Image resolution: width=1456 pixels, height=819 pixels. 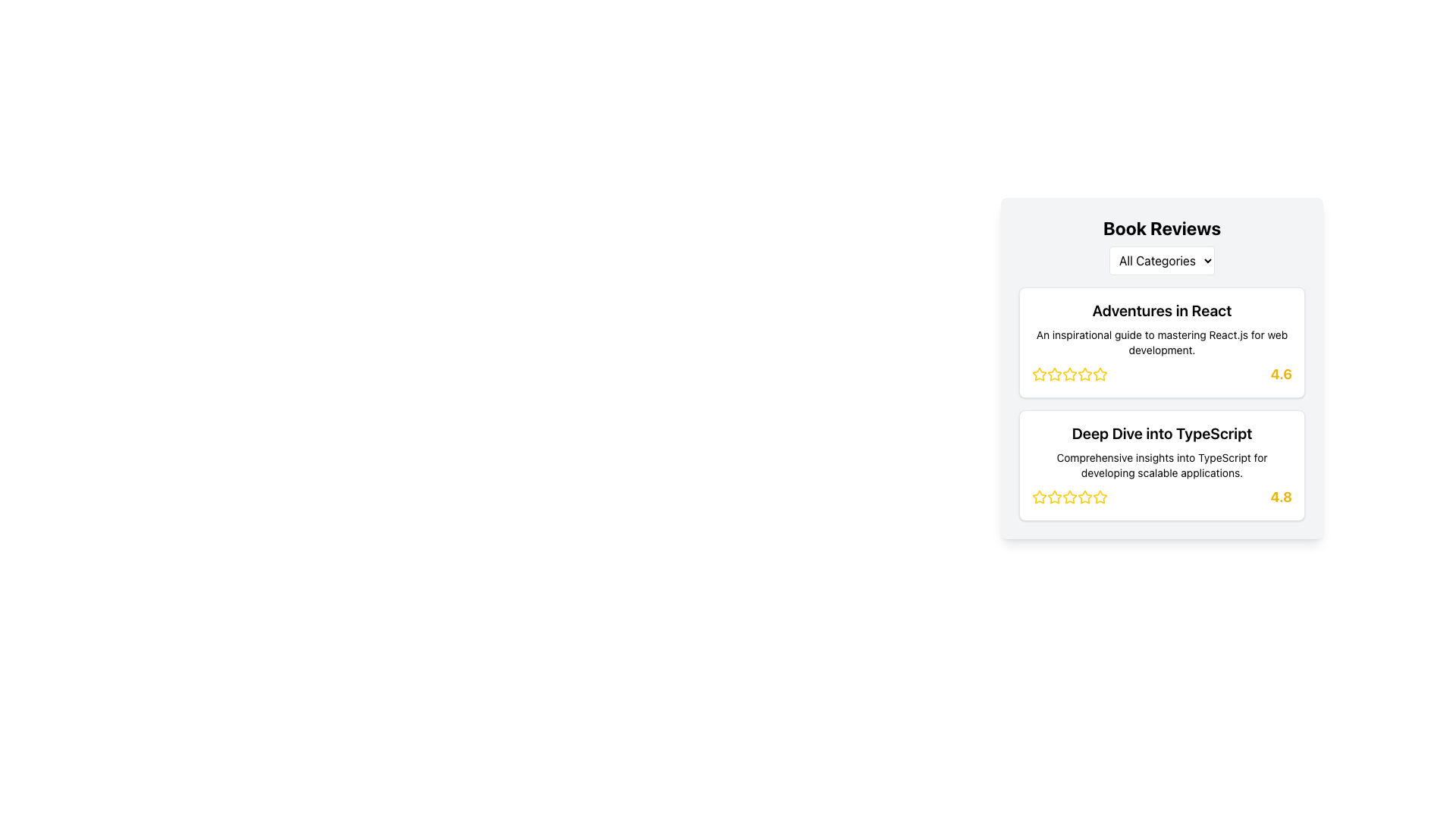 I want to click on the third star icon in the rating section under the 'Deep Dive into TypeScript' card, so click(x=1069, y=497).